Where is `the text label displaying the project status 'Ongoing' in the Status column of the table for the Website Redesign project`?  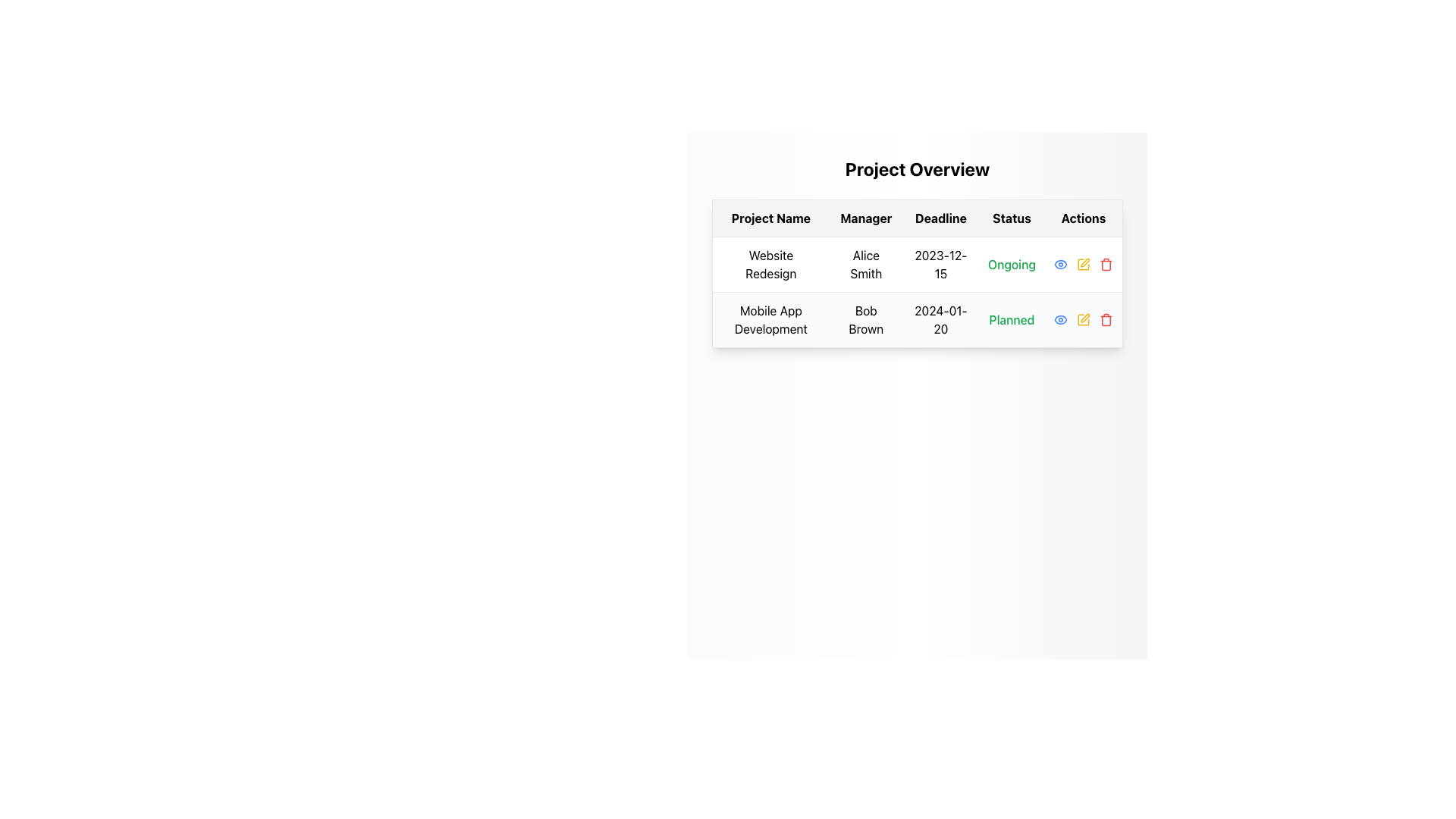
the text label displaying the project status 'Ongoing' in the Status column of the table for the Website Redesign project is located at coordinates (1012, 263).